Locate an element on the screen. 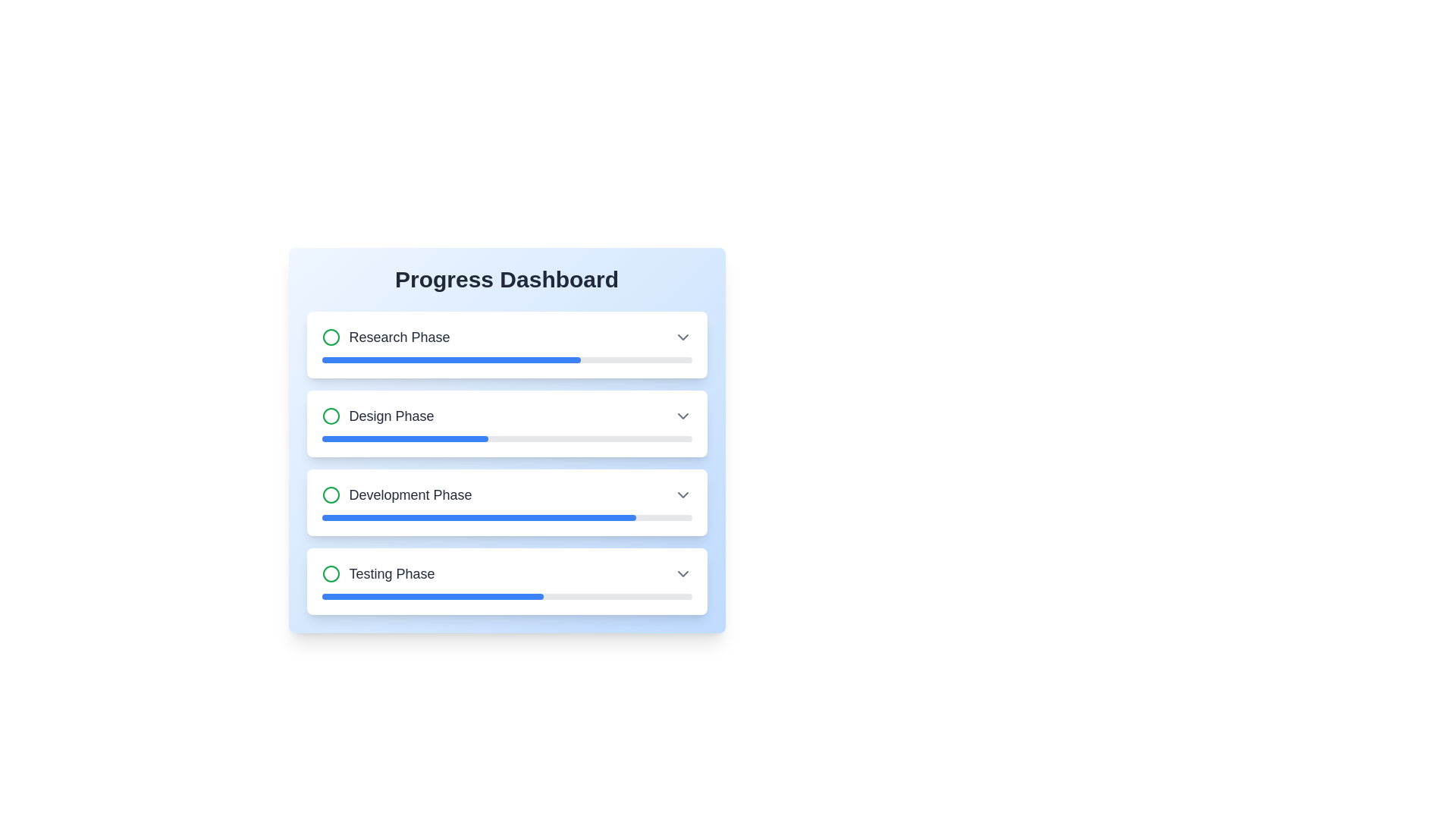 The width and height of the screenshot is (1456, 819). text from the label indicating the current phase in the process tracking interface, which is the third item in the list, positioned between 'Design Phase' and 'Testing Phase.' is located at coordinates (397, 494).